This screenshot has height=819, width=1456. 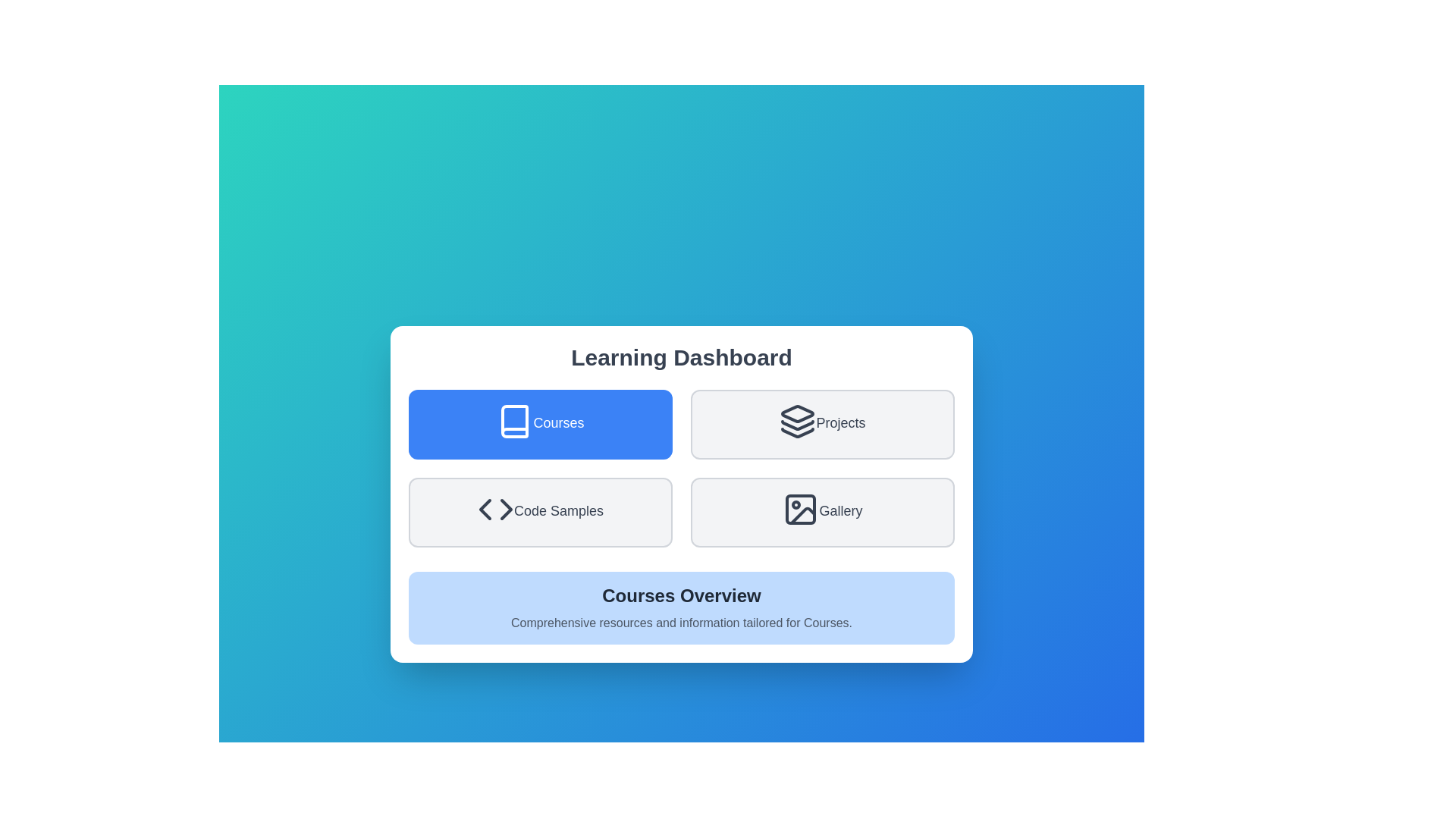 What do you see at coordinates (541, 424) in the screenshot?
I see `the Courses button to select it` at bounding box center [541, 424].